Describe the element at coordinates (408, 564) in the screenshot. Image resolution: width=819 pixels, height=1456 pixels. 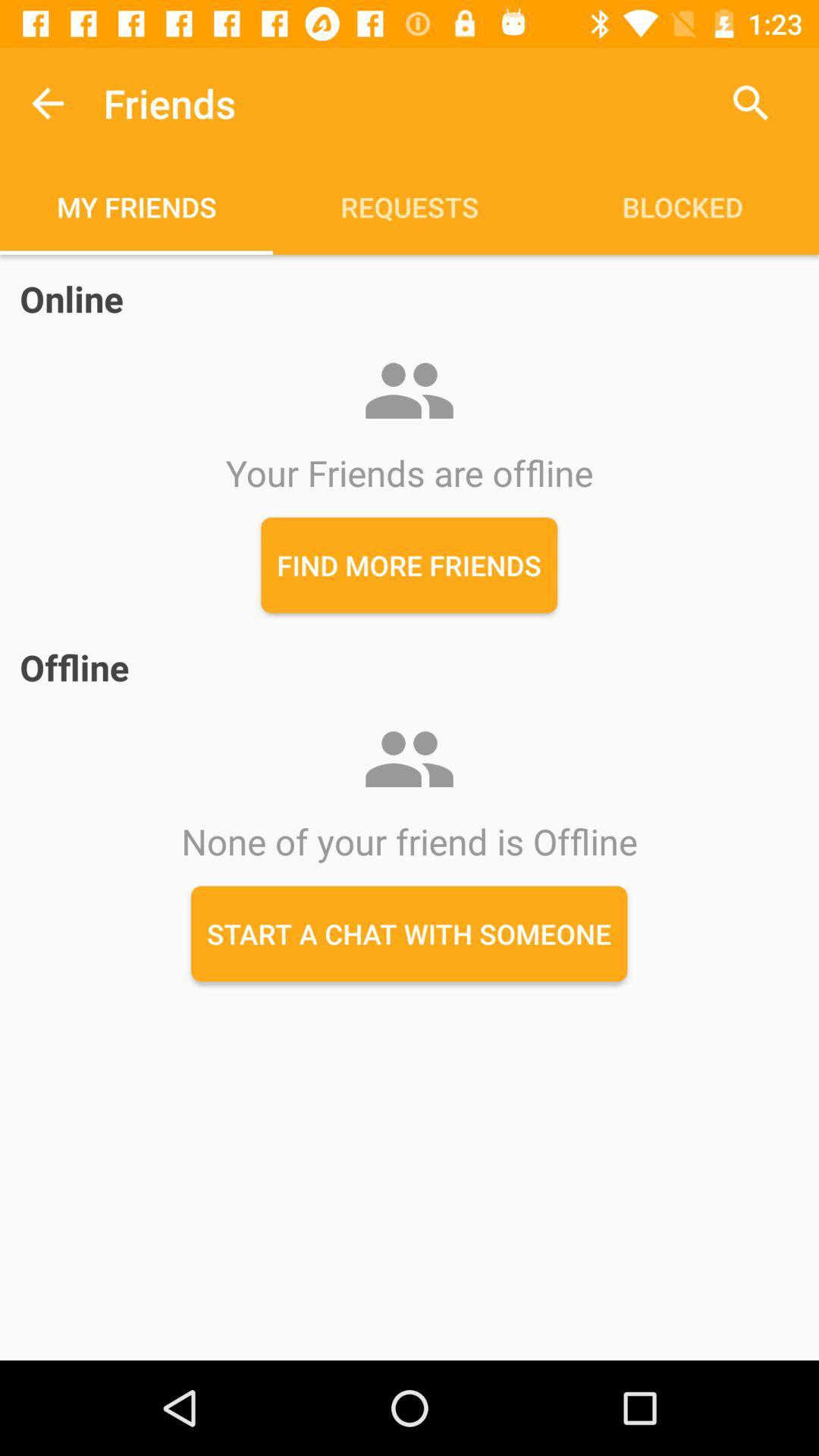
I see `the find more friends` at that location.